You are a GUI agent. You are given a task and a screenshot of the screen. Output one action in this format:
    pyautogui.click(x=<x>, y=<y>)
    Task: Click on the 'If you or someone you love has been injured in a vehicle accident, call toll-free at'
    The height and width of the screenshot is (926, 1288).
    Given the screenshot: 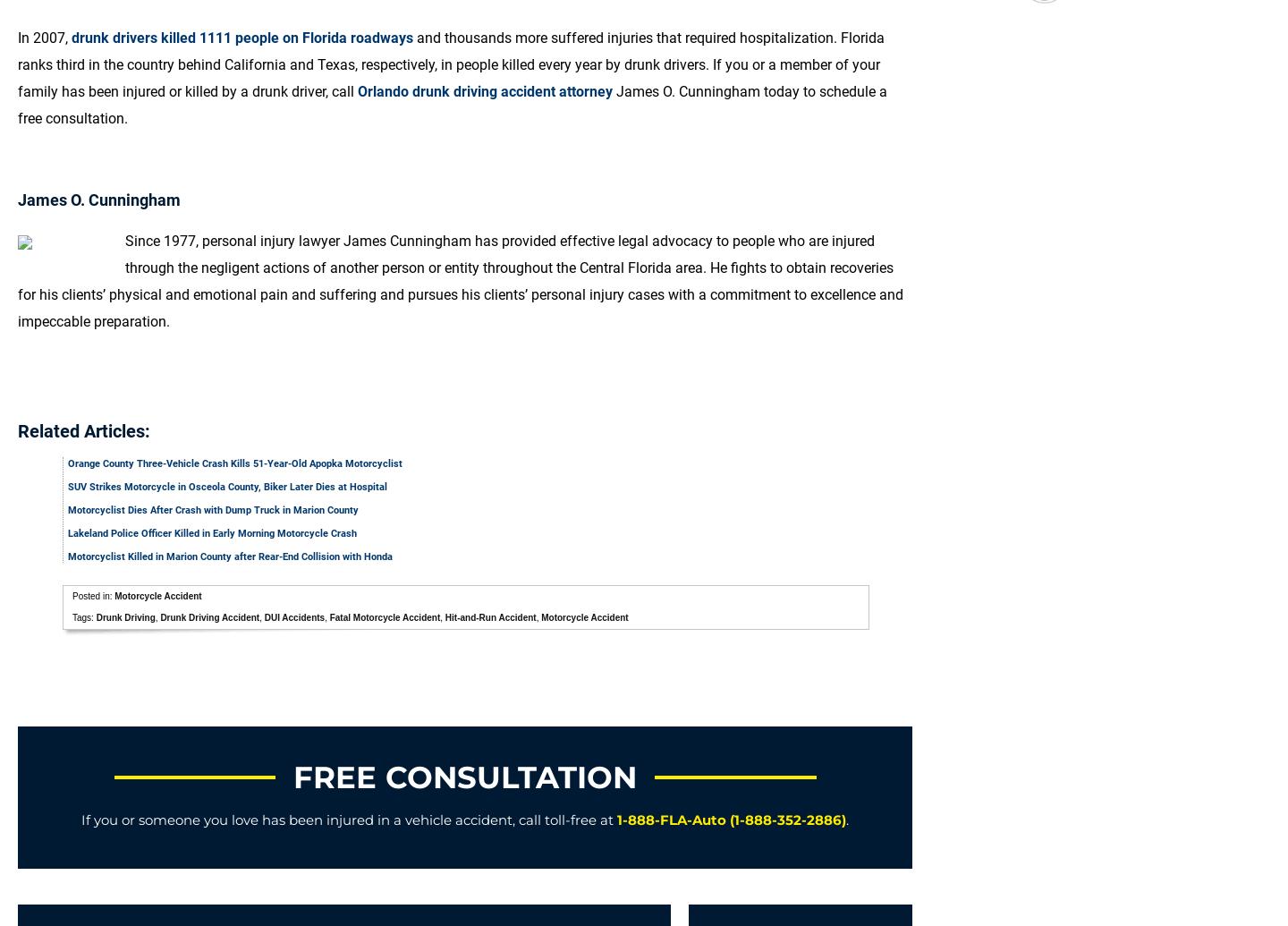 What is the action you would take?
    pyautogui.click(x=81, y=819)
    